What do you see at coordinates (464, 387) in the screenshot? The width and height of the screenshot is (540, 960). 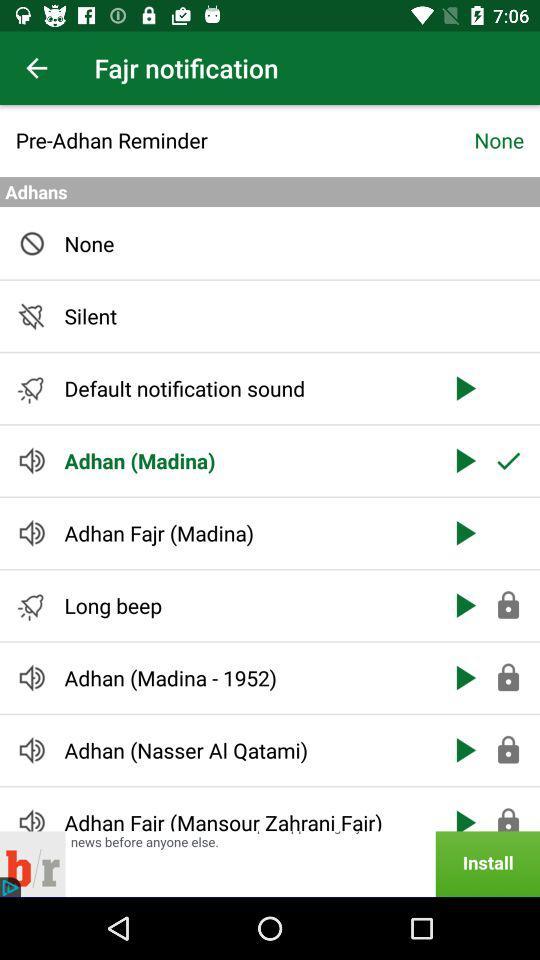 I see `the button which is next to the default notification sound` at bounding box center [464, 387].